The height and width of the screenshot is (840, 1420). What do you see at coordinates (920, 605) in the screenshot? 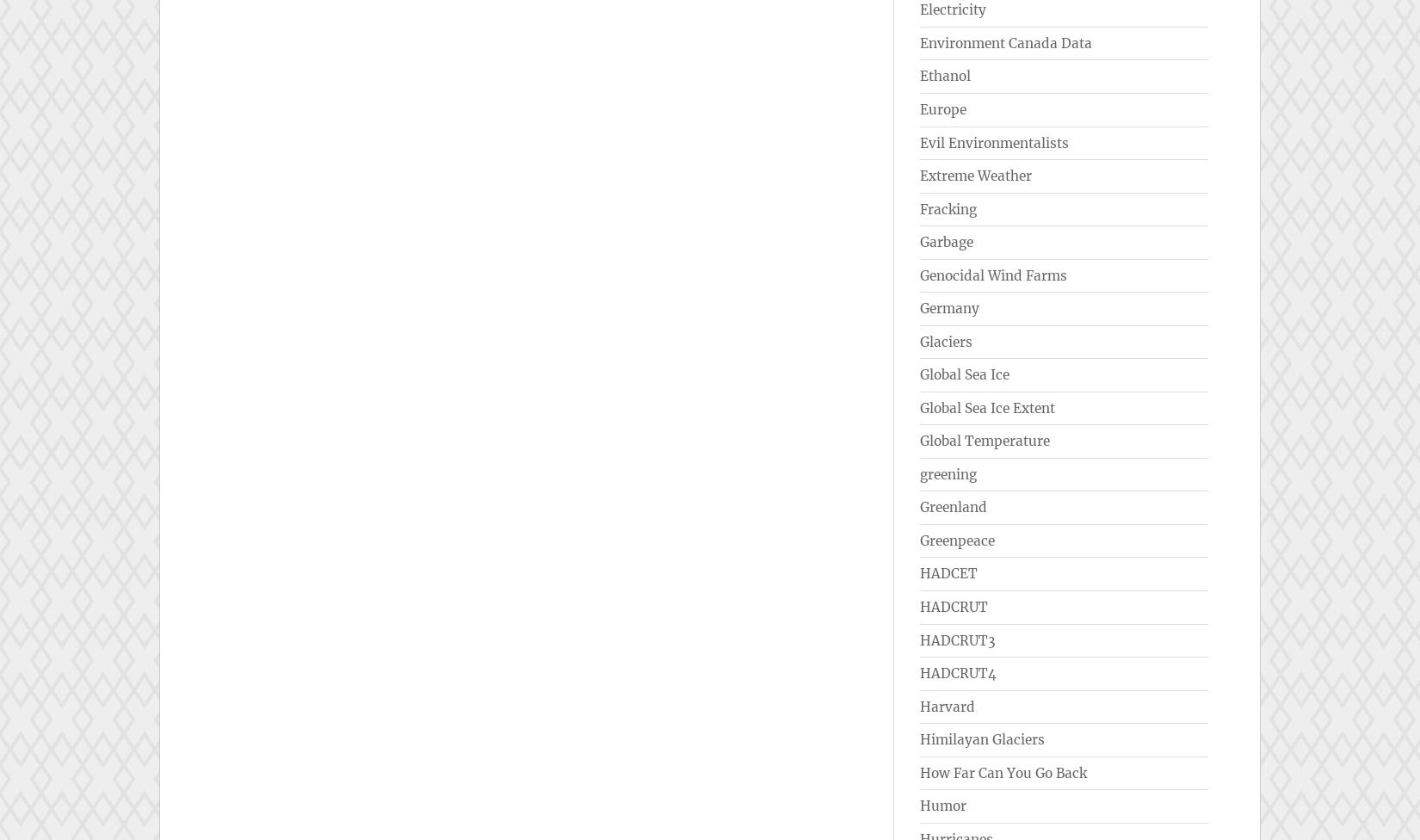
I see `'HADCRUT'` at bounding box center [920, 605].